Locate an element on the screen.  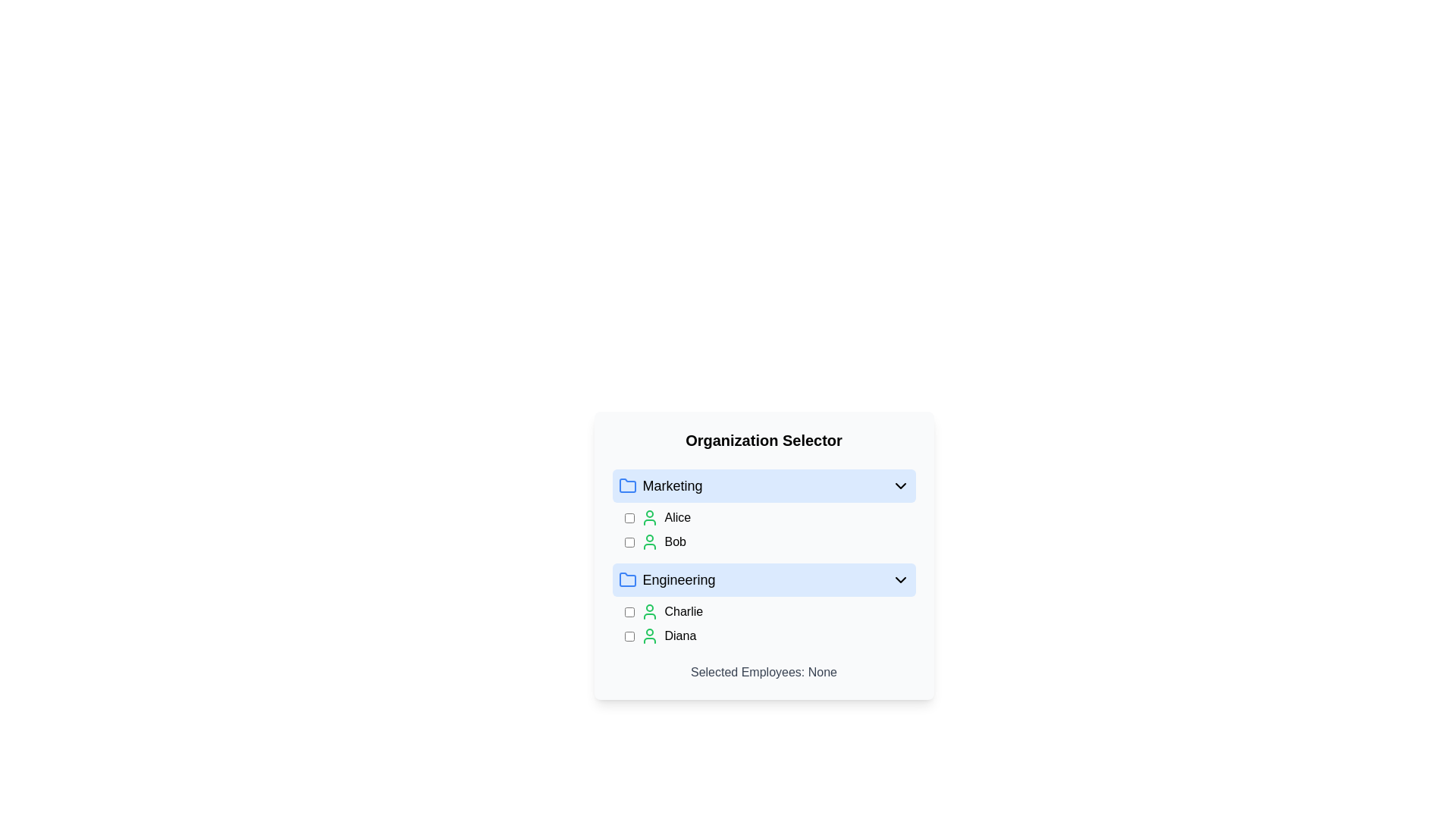
the checkbox is located at coordinates (770, 516).